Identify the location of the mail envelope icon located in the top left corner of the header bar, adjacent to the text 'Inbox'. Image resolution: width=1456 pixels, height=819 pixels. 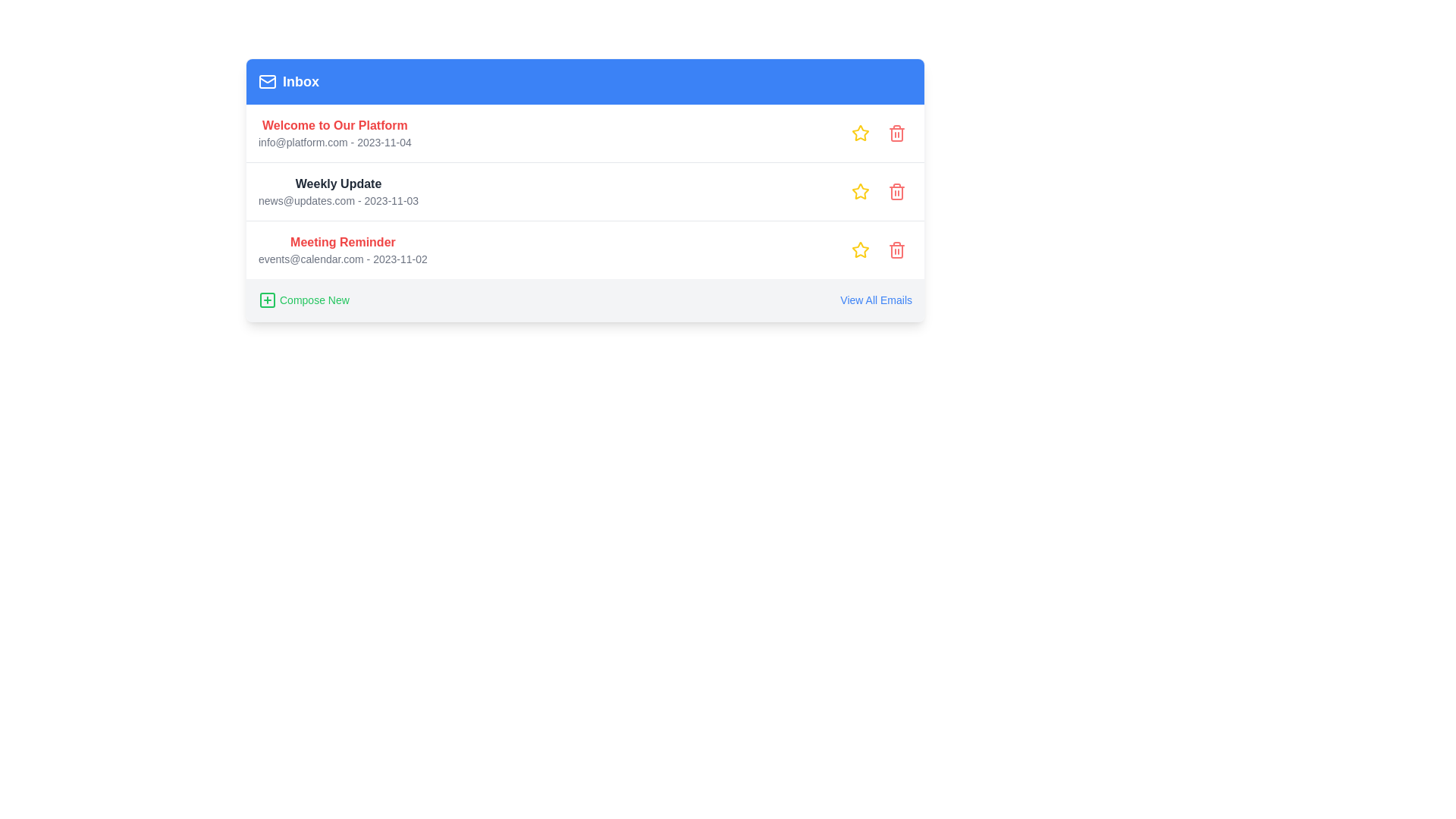
(268, 82).